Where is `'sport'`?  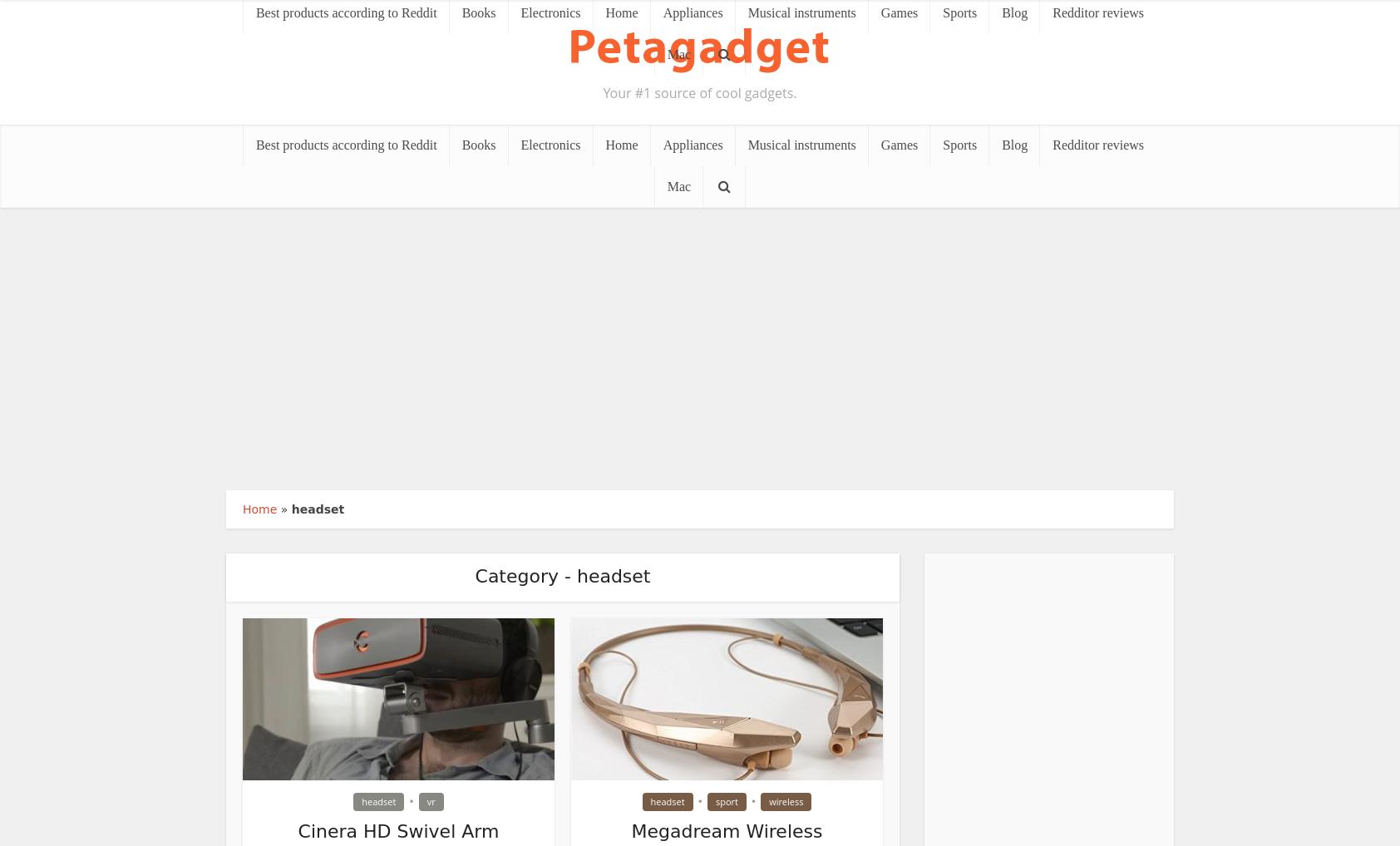 'sport' is located at coordinates (714, 800).